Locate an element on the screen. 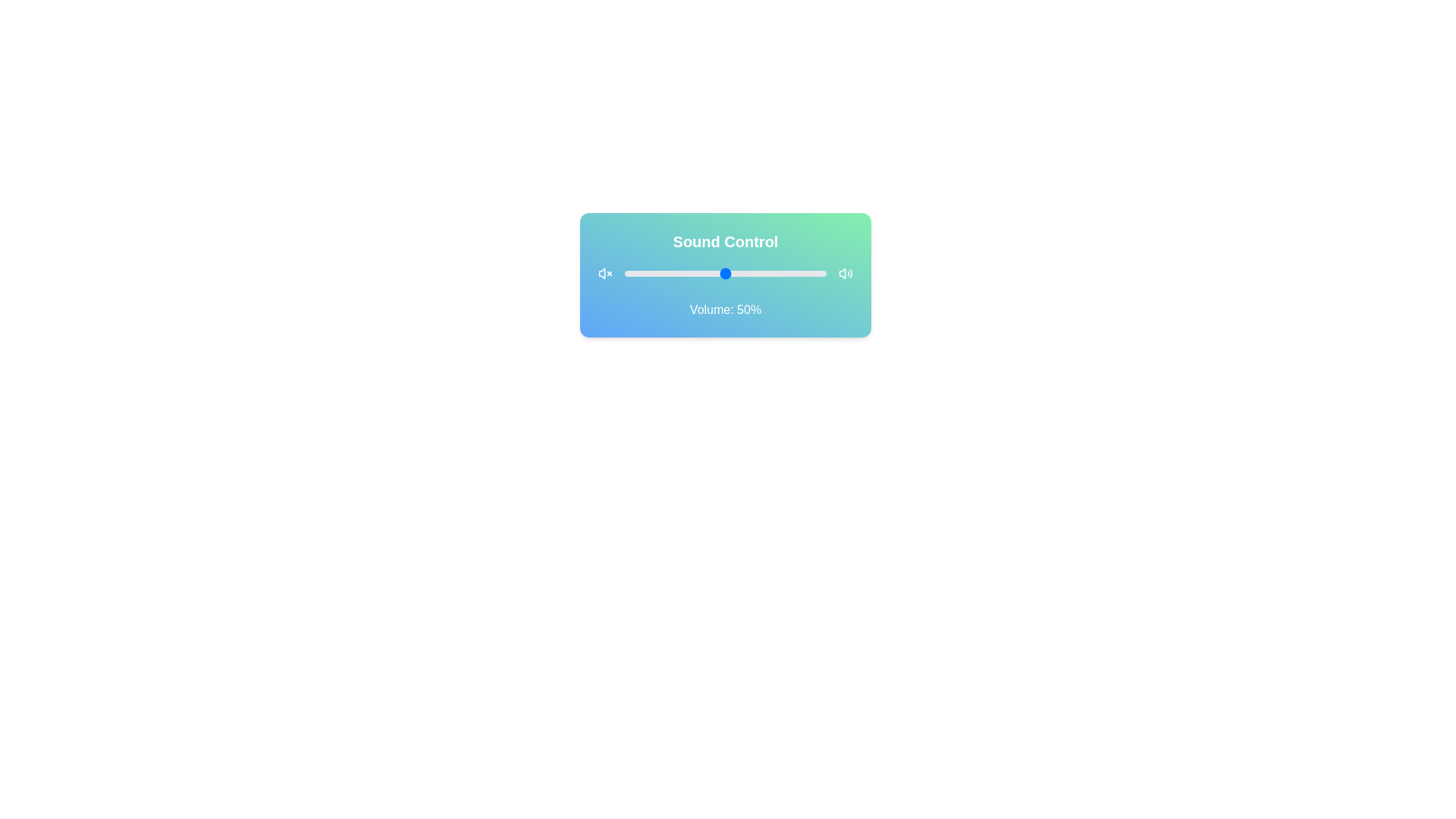 This screenshot has height=819, width=1456. the volume slider is located at coordinates (789, 274).